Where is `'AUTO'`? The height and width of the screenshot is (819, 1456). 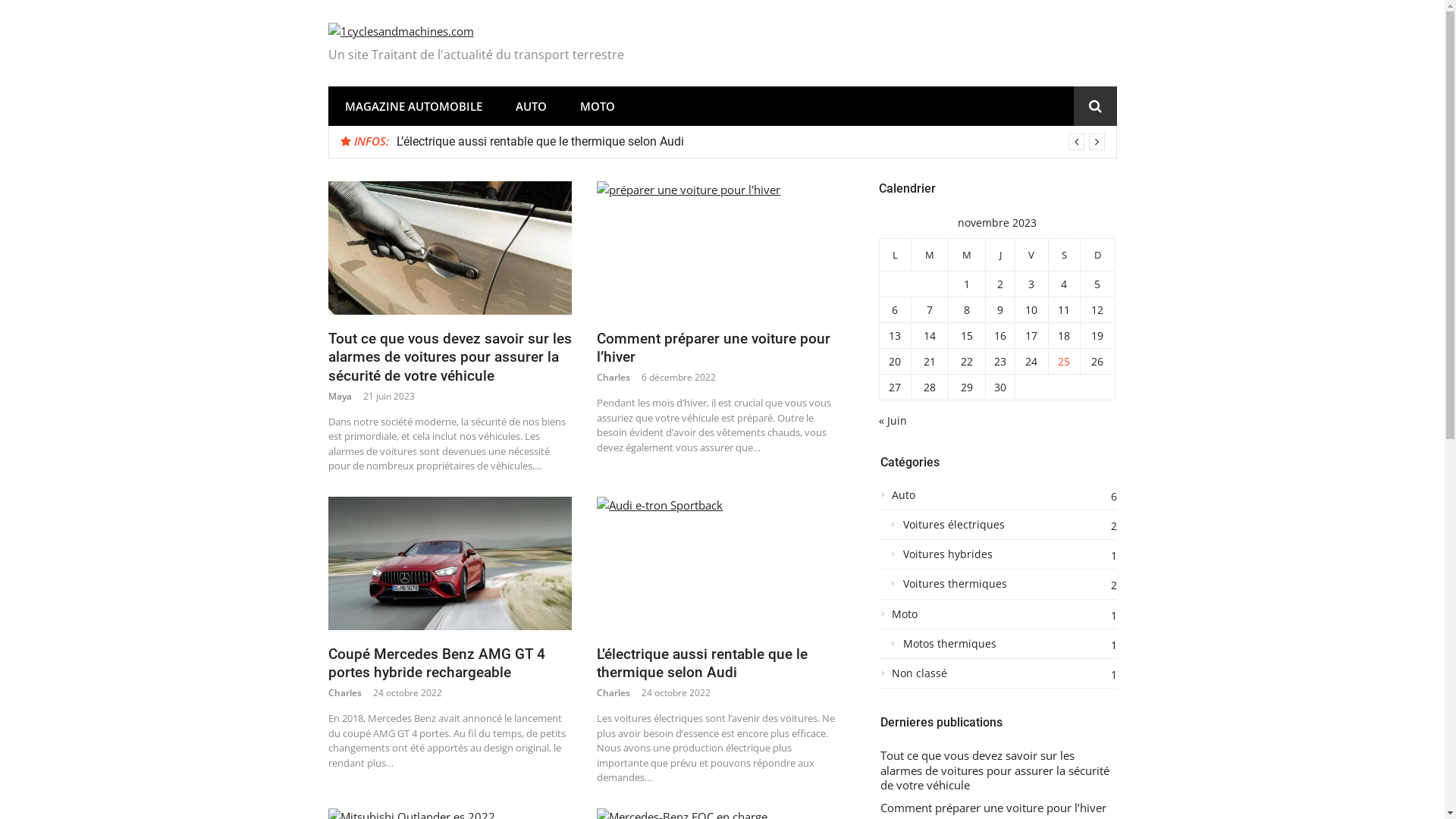 'AUTO' is located at coordinates (498, 105).